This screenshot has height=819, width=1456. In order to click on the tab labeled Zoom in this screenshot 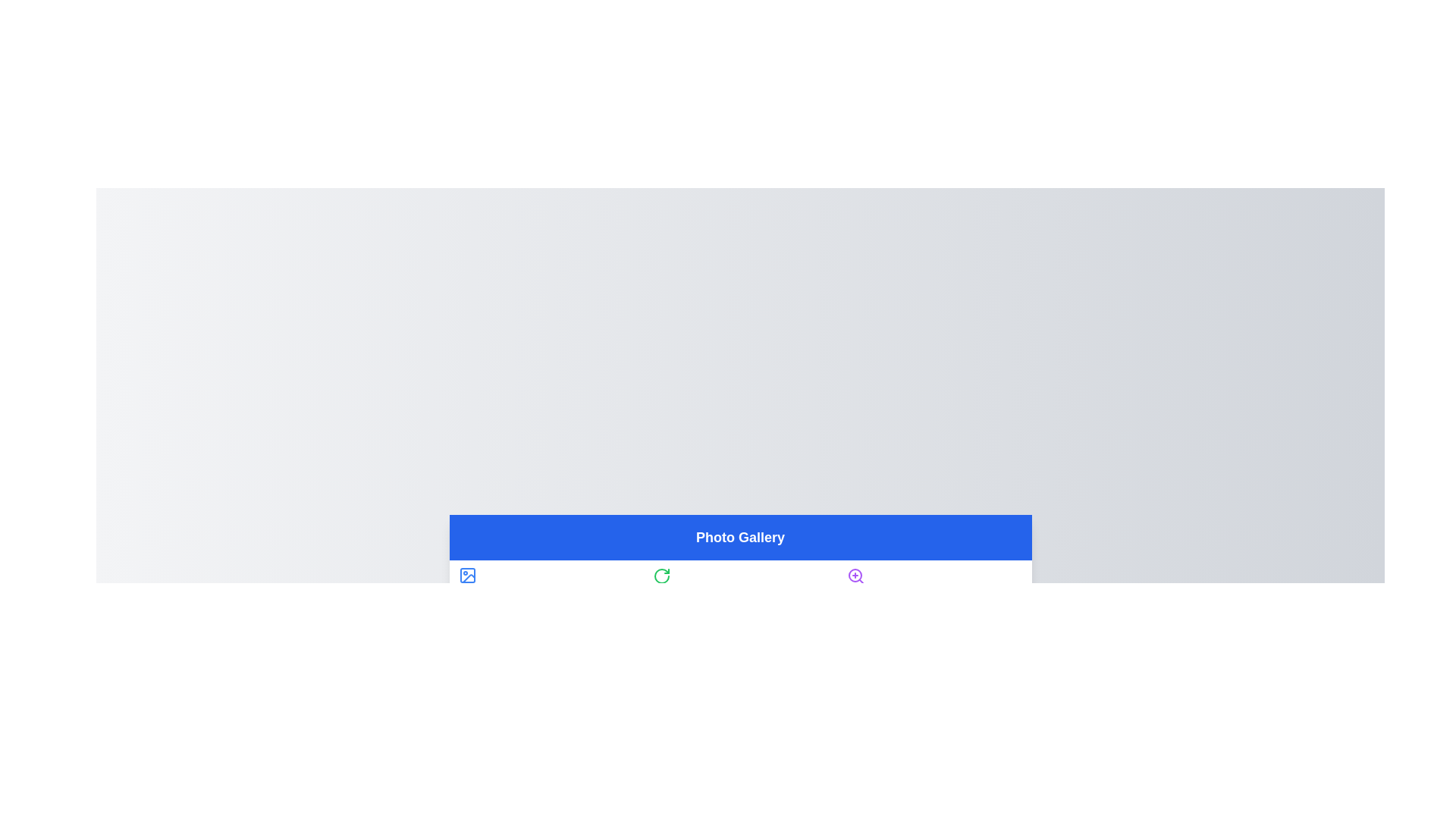, I will do `click(934, 584)`.